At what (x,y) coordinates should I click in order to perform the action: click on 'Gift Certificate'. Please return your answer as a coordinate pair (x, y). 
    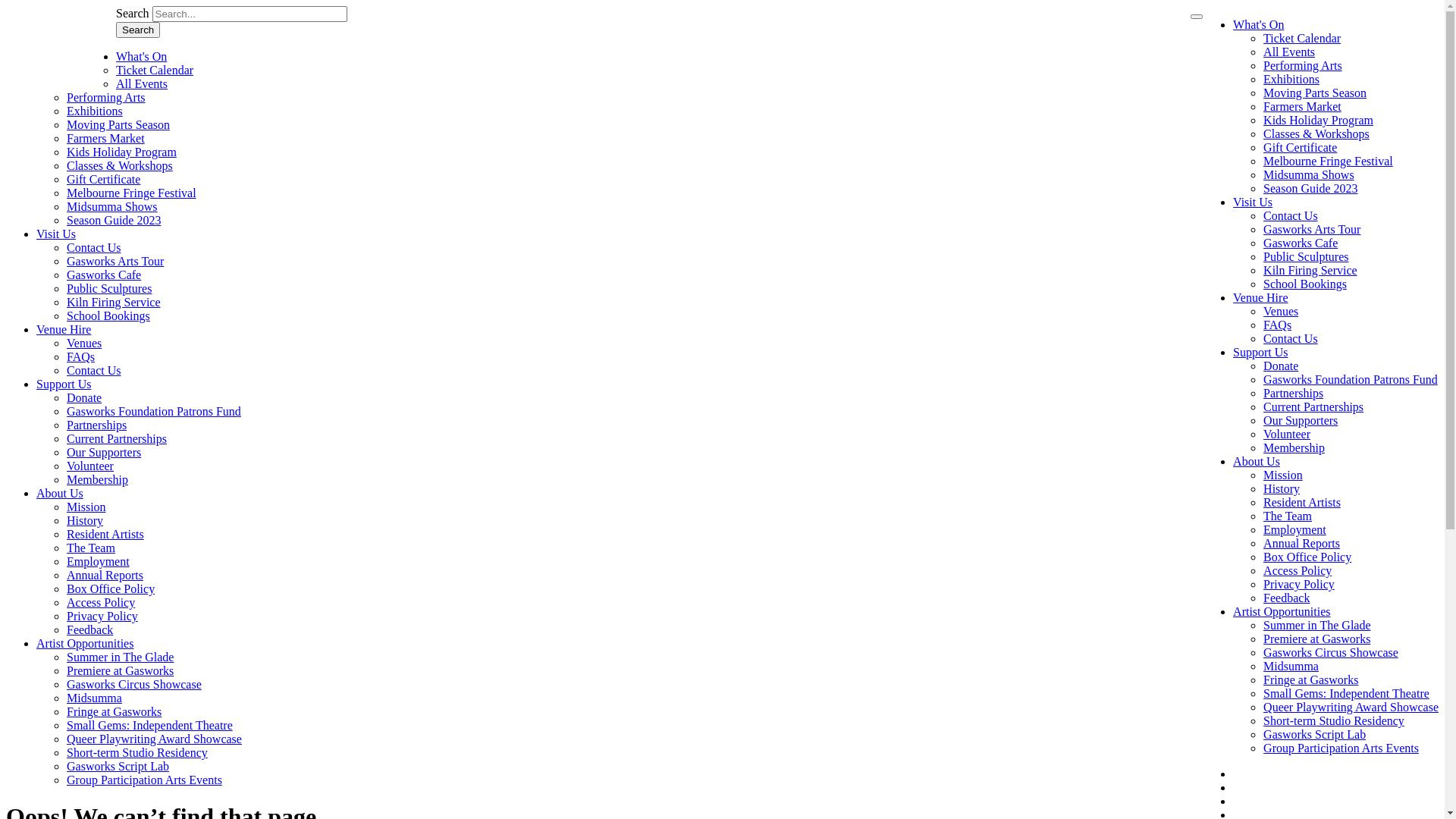
    Looking at the image, I should click on (1263, 147).